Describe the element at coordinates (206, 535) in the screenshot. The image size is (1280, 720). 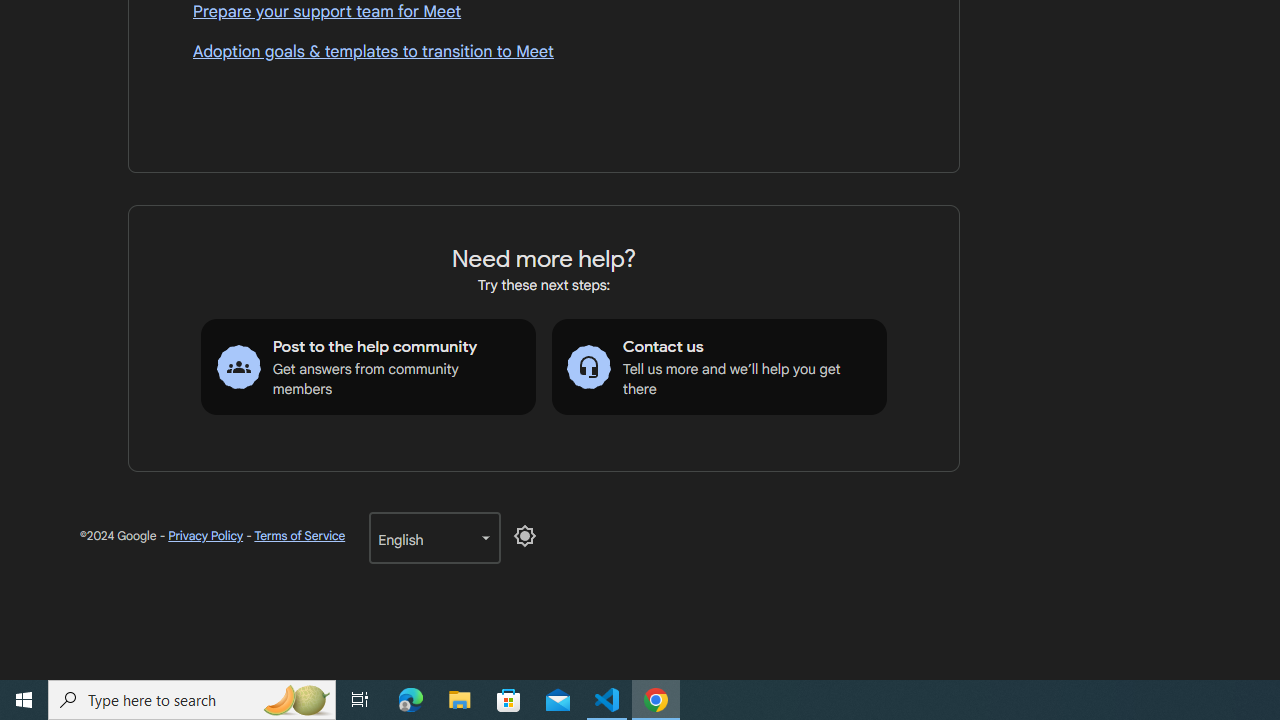
I see `'Privacy Policy'` at that location.